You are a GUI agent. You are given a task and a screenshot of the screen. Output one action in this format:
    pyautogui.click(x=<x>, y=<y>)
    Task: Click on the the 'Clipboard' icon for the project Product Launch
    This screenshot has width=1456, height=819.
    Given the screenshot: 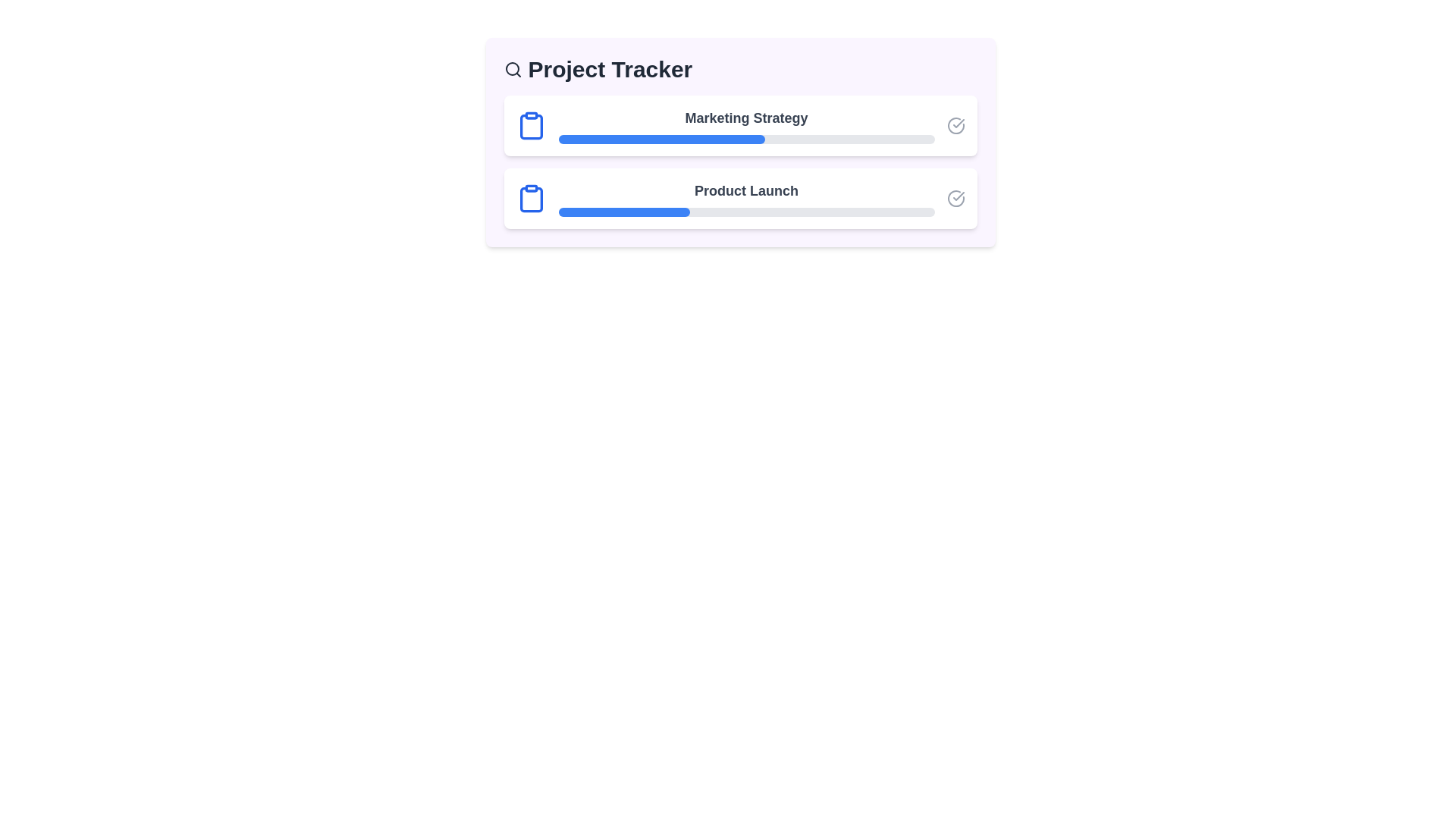 What is the action you would take?
    pyautogui.click(x=531, y=198)
    